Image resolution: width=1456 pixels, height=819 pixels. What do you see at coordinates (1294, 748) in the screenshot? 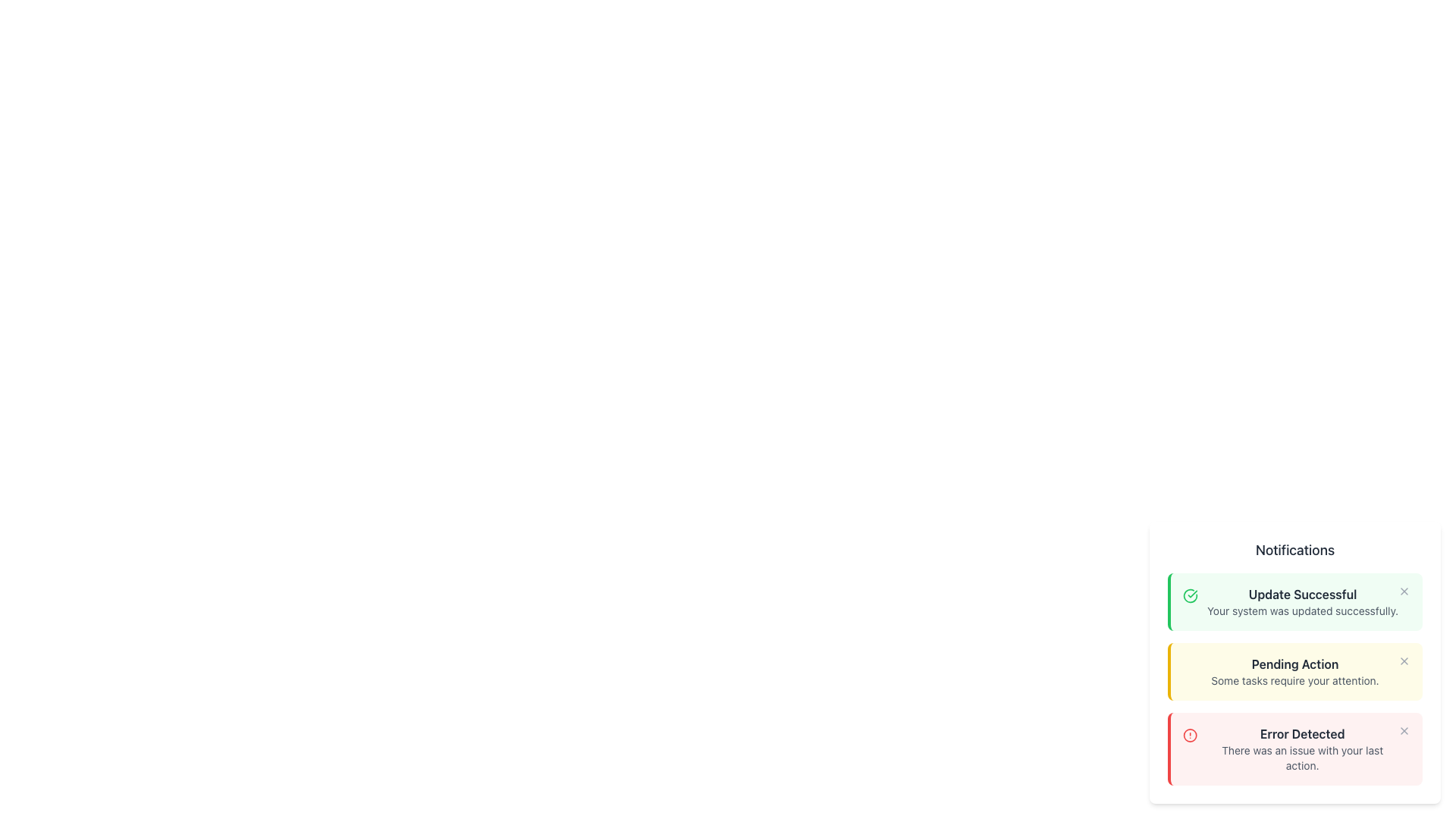
I see `the content of the notification card displaying 'Error Detected' with a red border and light red background, located at the bottom-right of the interface` at bounding box center [1294, 748].